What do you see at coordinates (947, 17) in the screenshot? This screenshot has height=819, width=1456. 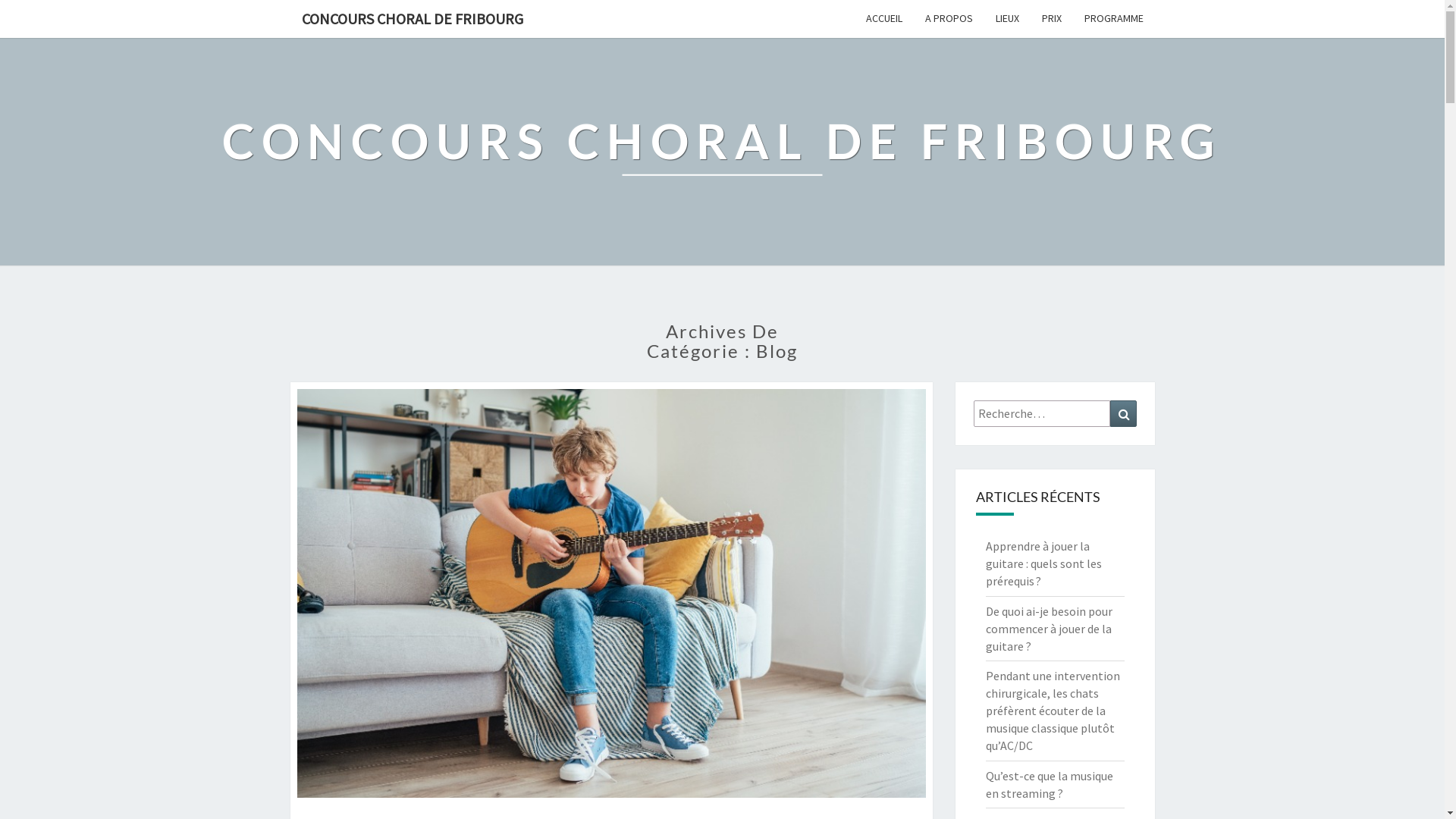 I see `'A PROPOS'` at bounding box center [947, 17].